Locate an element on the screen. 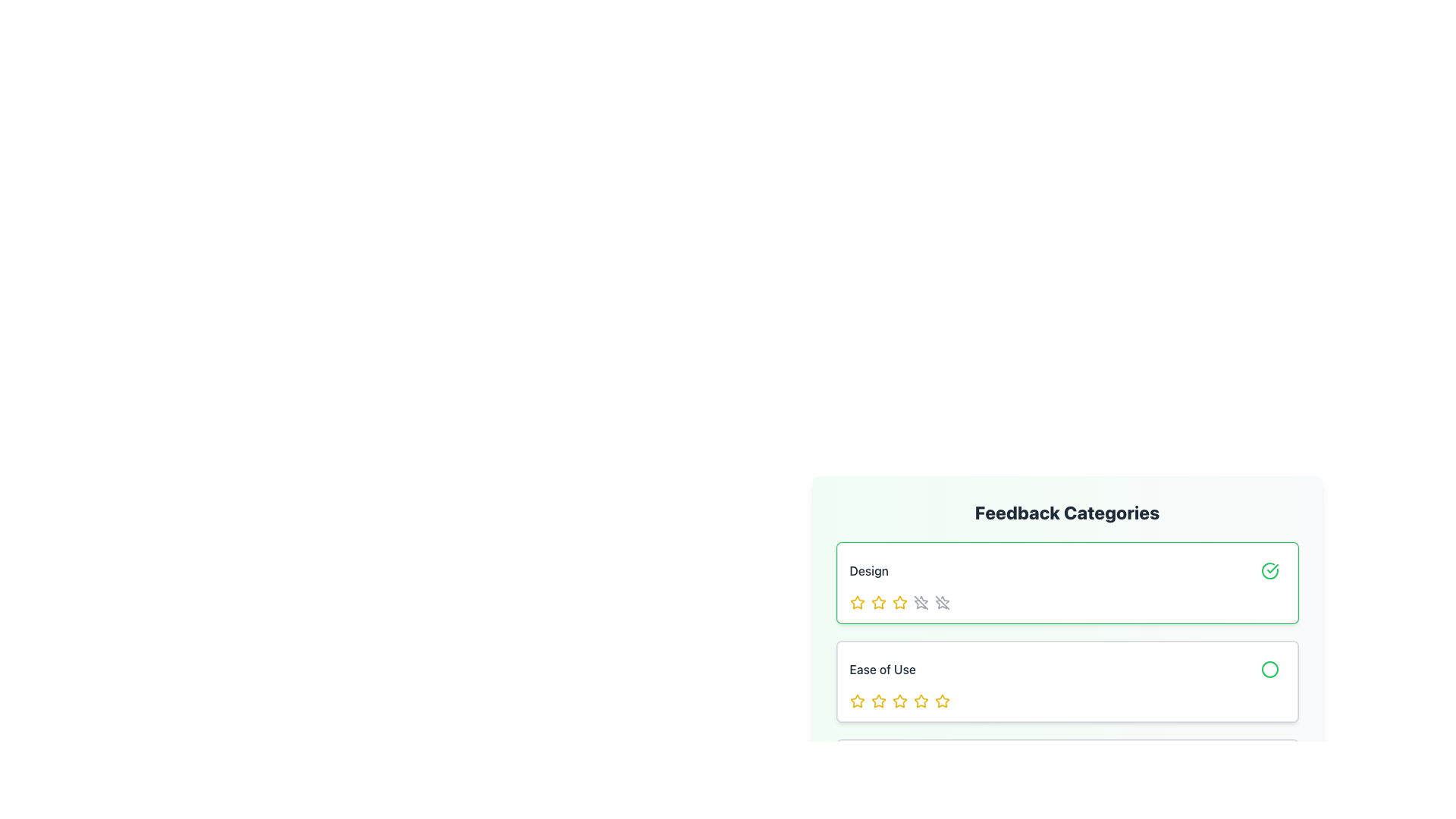  second star icon element in the rating mechanism for its properties is located at coordinates (944, 599).